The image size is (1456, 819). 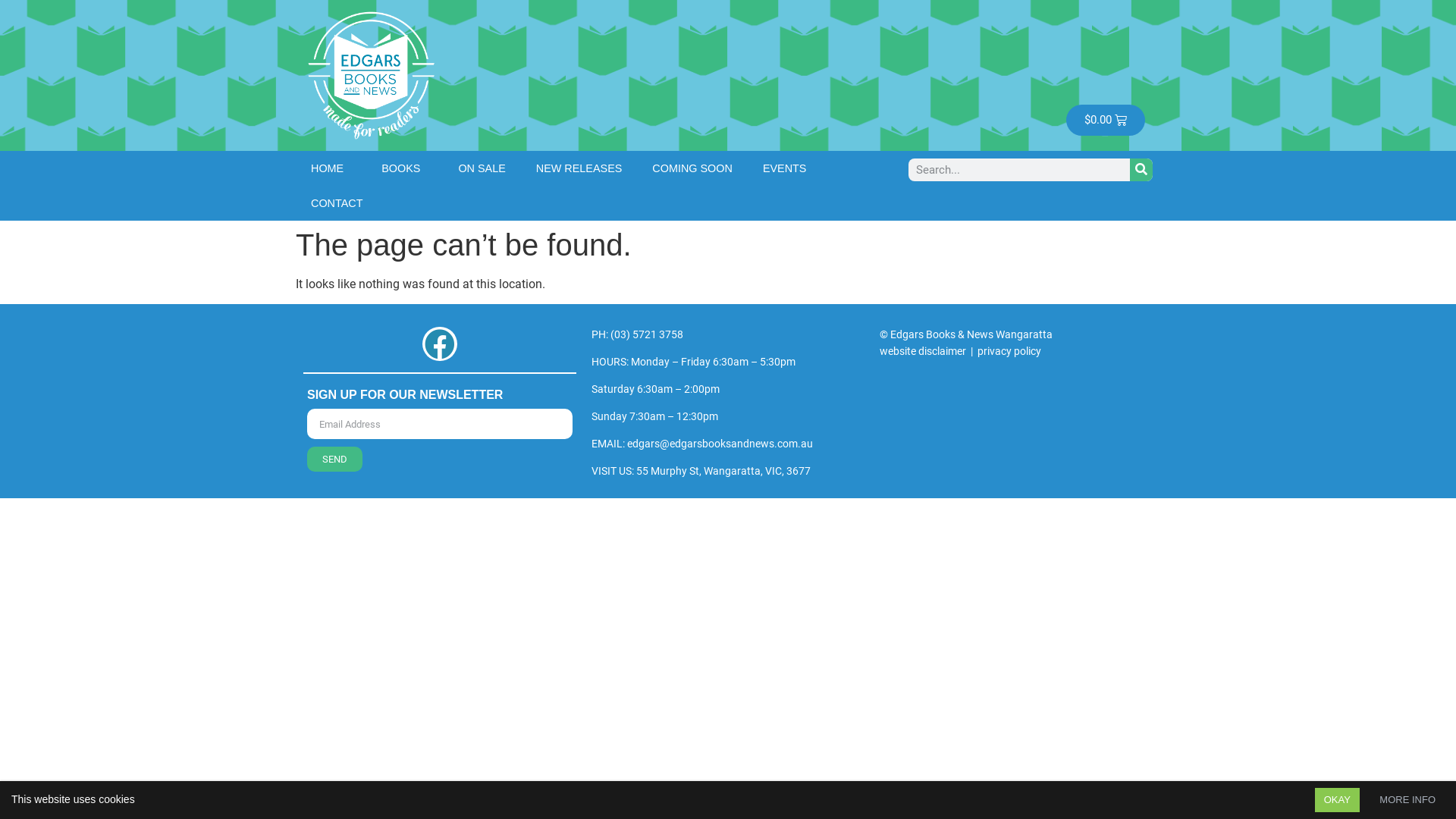 What do you see at coordinates (1009, 350) in the screenshot?
I see `'privacy policy'` at bounding box center [1009, 350].